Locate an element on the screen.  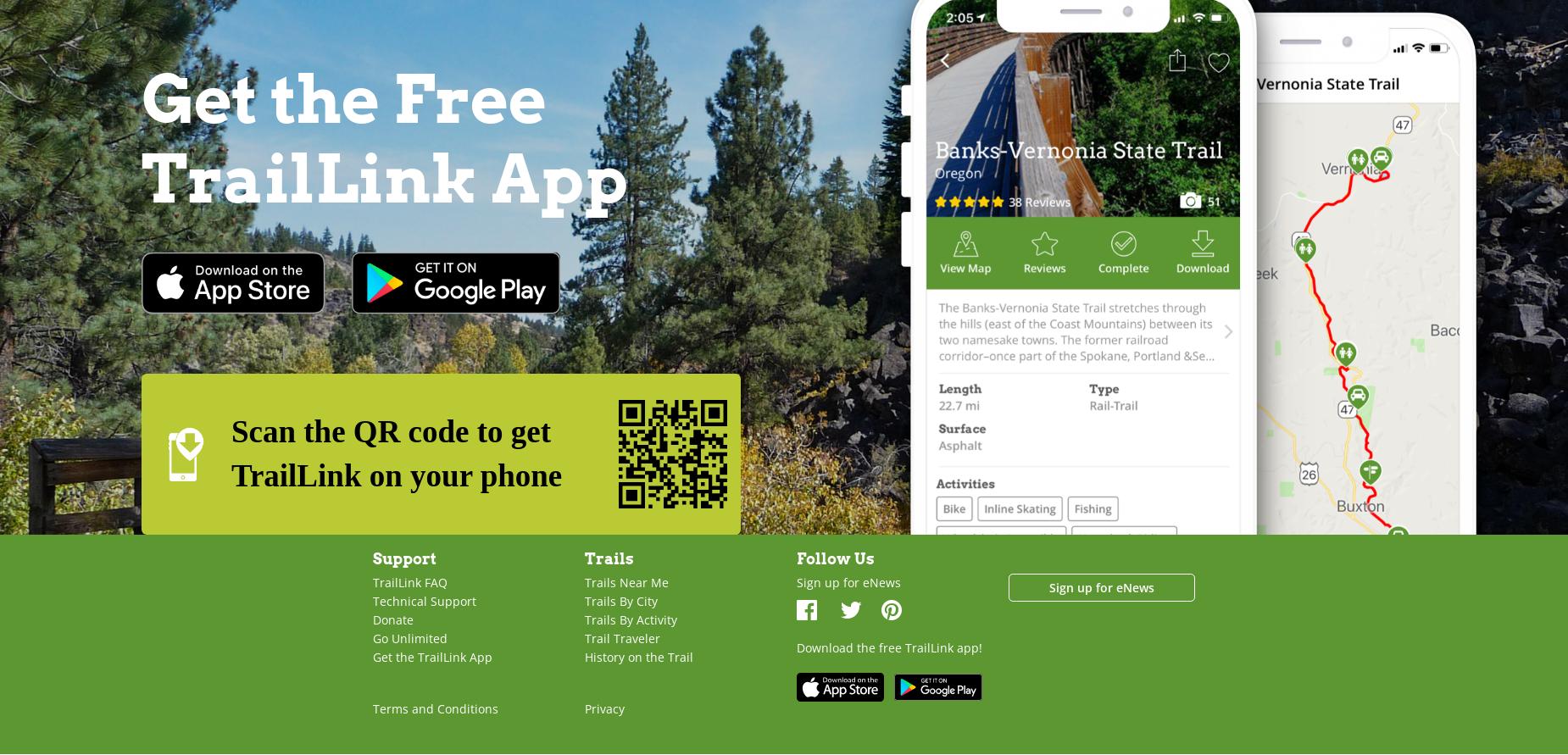
'Go Unlimited' is located at coordinates (409, 637).